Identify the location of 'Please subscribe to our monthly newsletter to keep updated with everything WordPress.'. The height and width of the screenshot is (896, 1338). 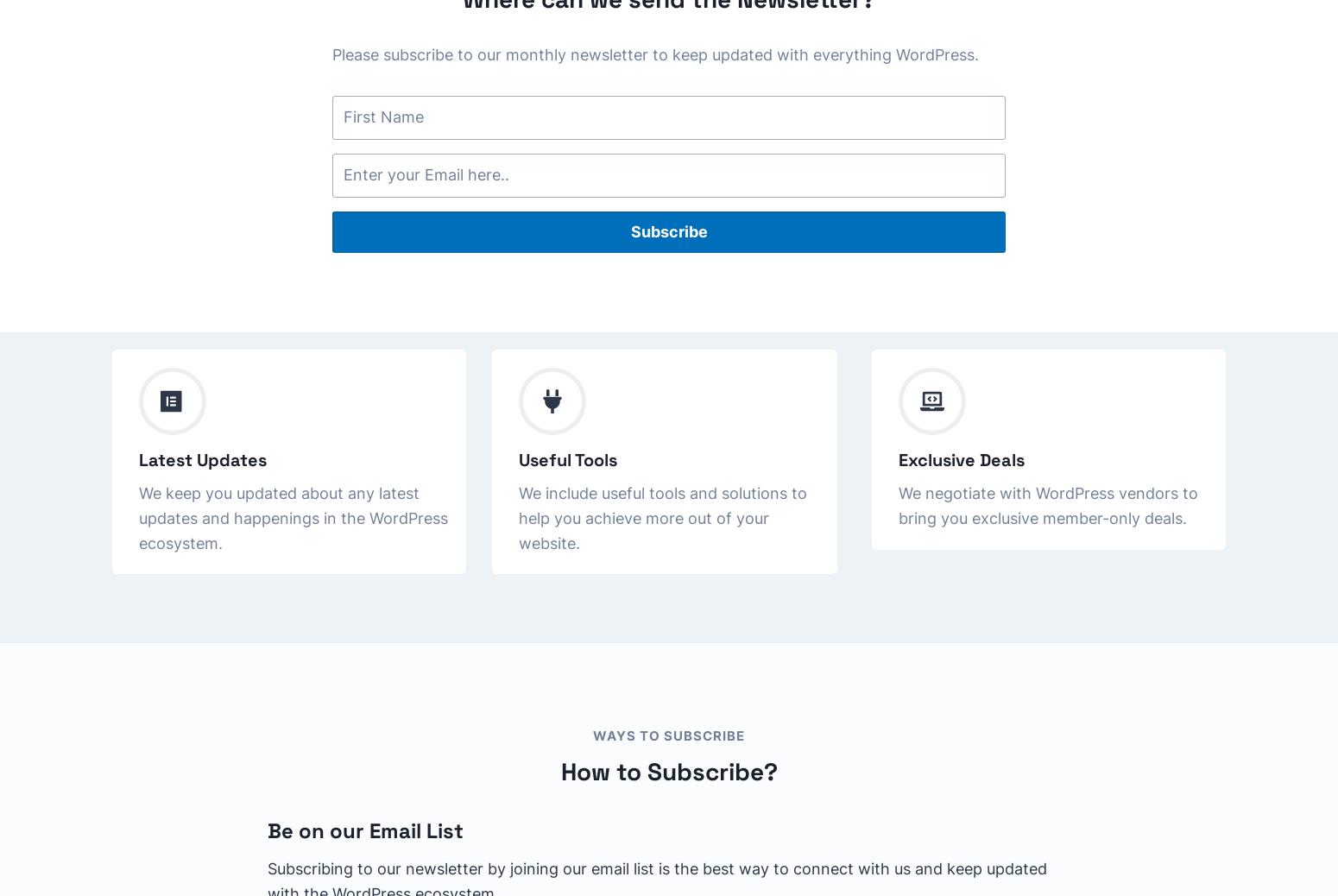
(655, 54).